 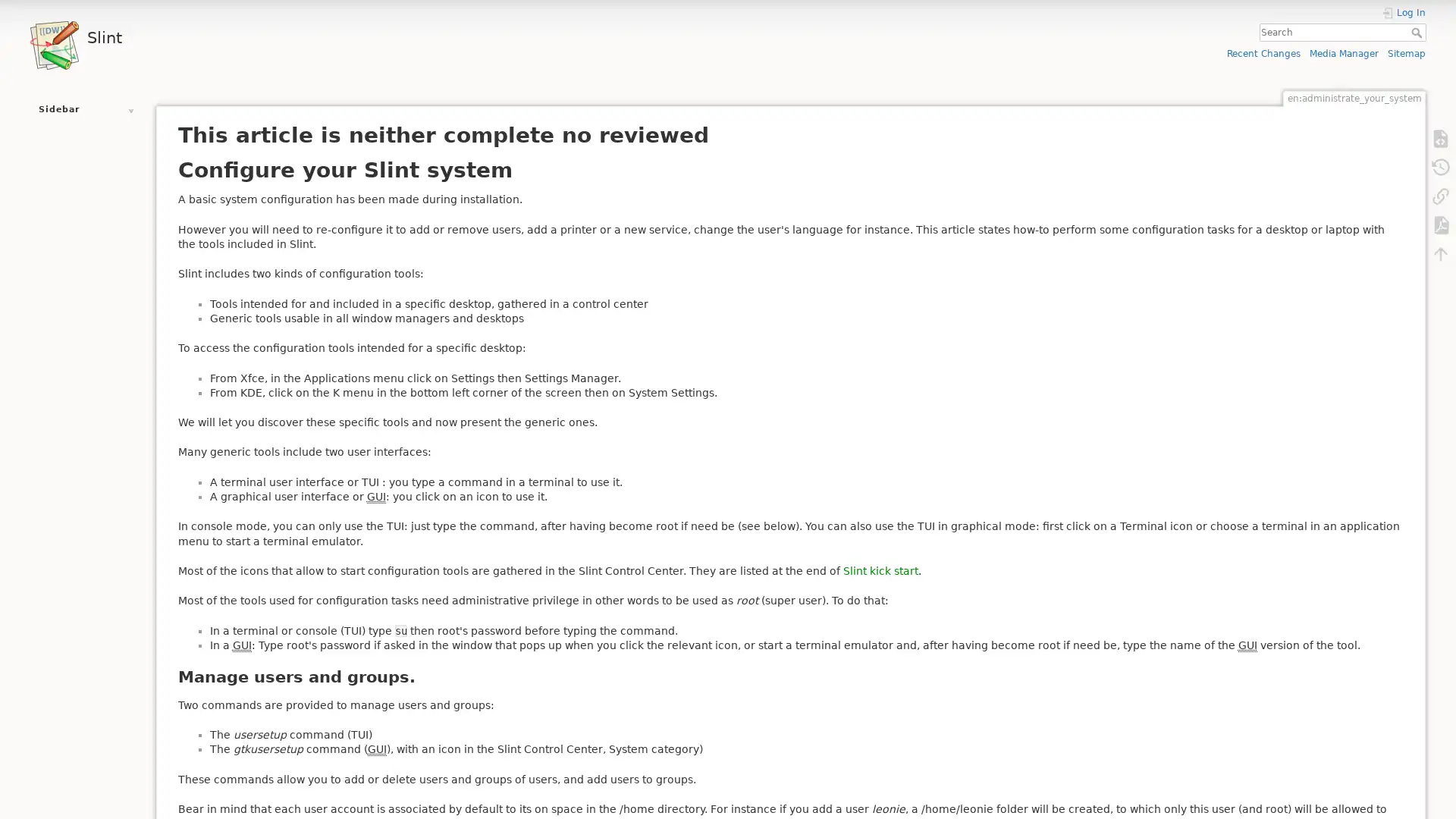 I want to click on Search, so click(x=1417, y=32).